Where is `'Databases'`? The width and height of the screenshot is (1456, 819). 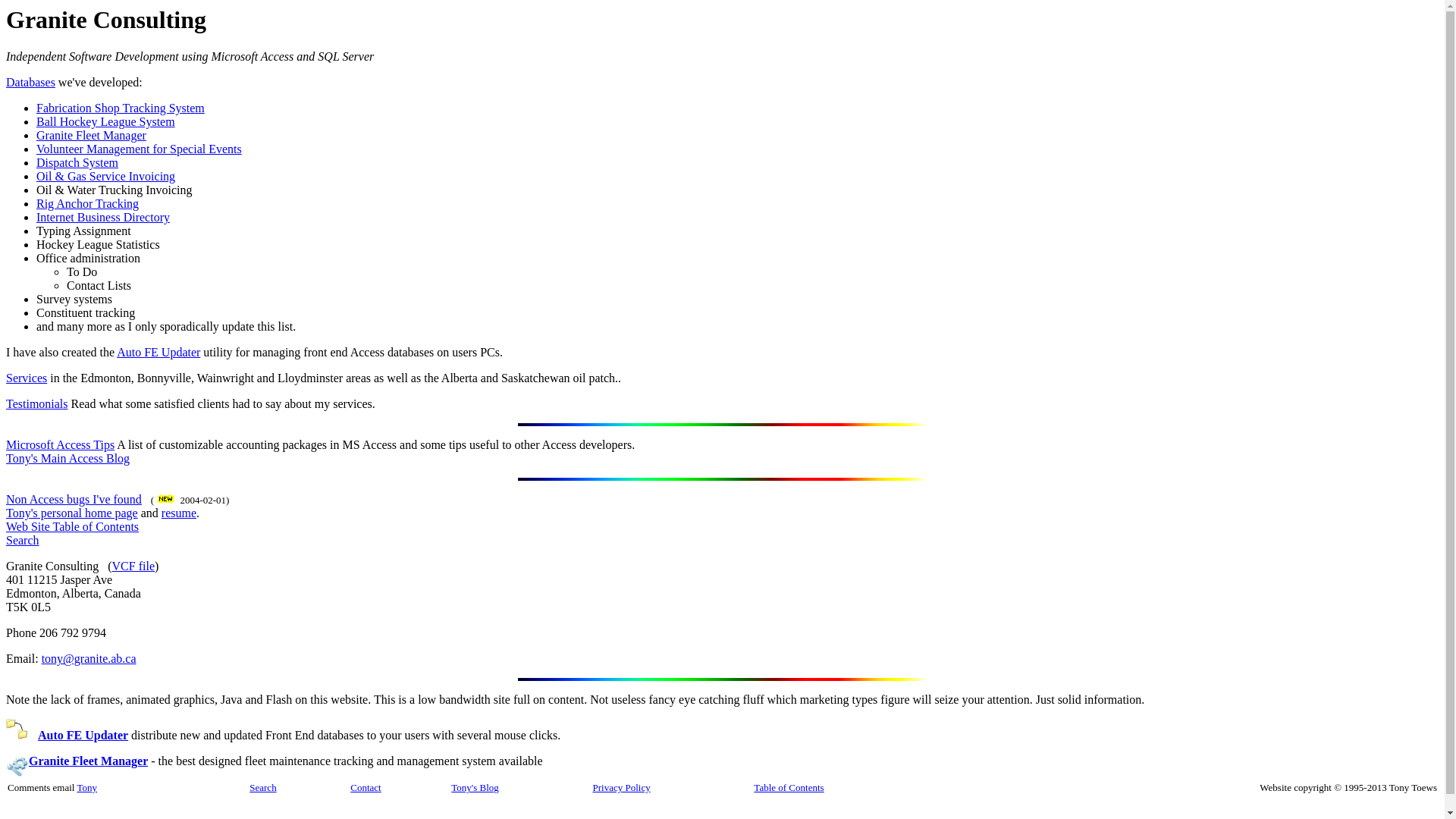 'Databases' is located at coordinates (30, 82).